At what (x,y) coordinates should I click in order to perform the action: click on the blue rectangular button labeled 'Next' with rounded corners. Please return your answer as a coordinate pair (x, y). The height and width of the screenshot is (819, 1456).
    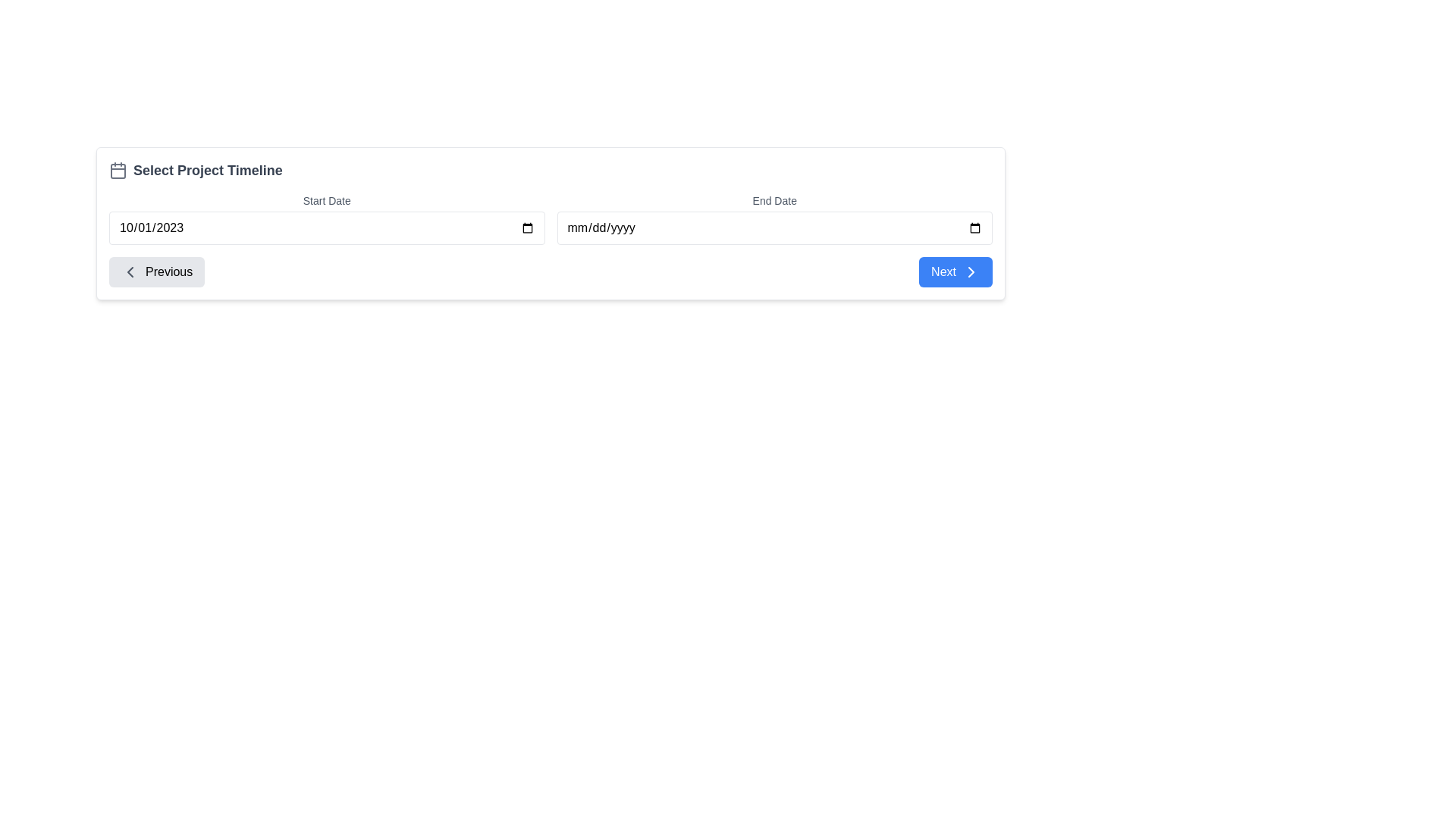
    Looking at the image, I should click on (955, 271).